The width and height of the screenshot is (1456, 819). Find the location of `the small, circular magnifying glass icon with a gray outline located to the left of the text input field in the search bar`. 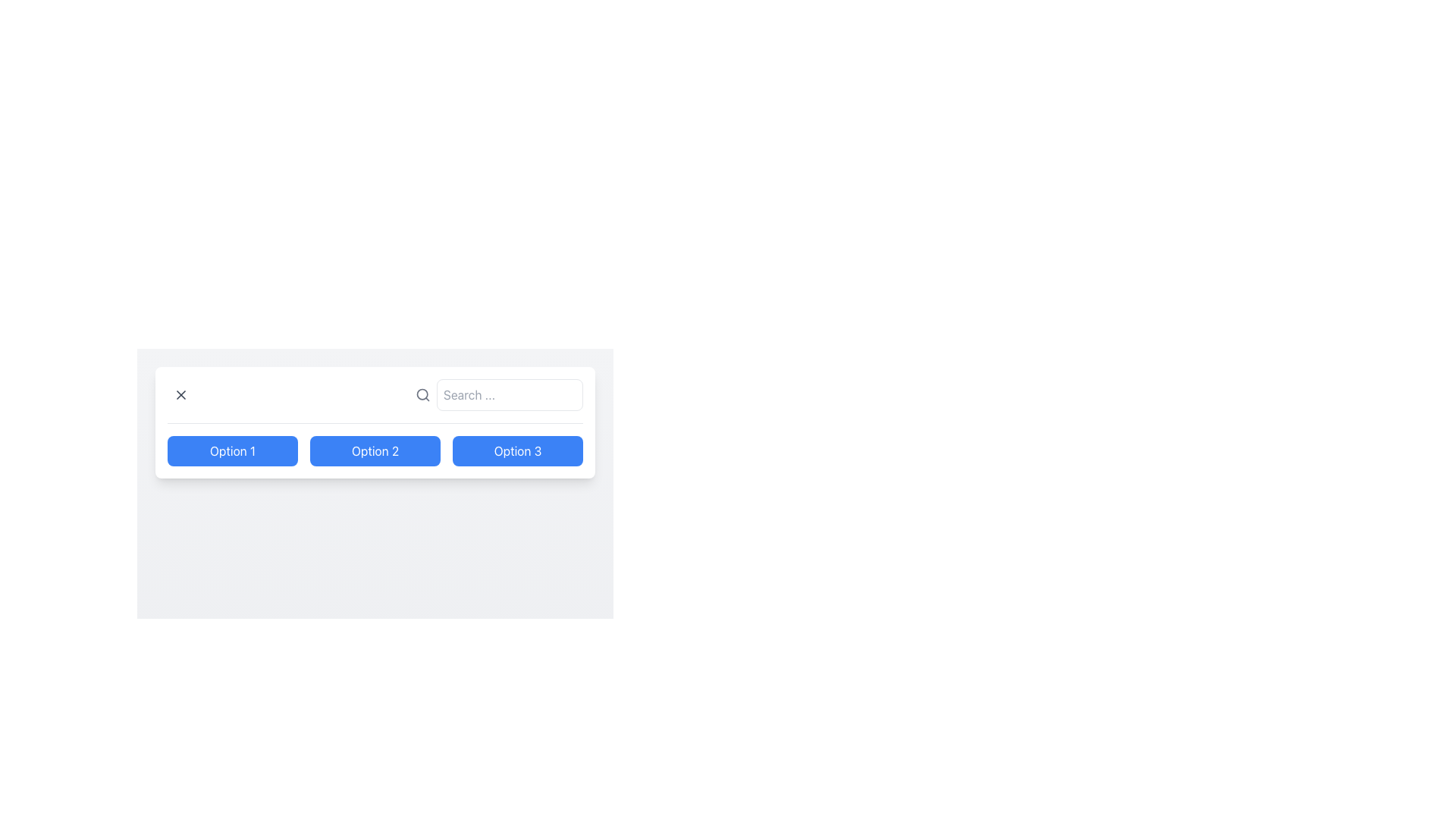

the small, circular magnifying glass icon with a gray outline located to the left of the text input field in the search bar is located at coordinates (422, 394).